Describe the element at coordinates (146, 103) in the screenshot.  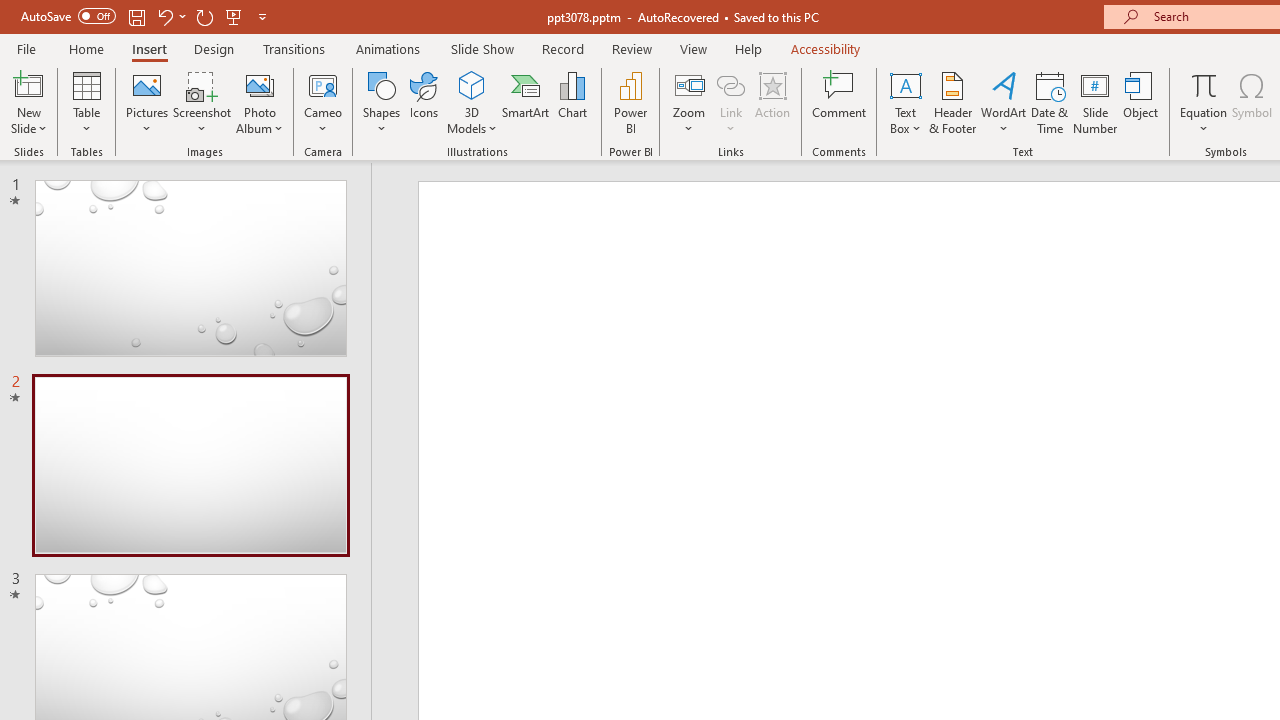
I see `'Pictures'` at that location.